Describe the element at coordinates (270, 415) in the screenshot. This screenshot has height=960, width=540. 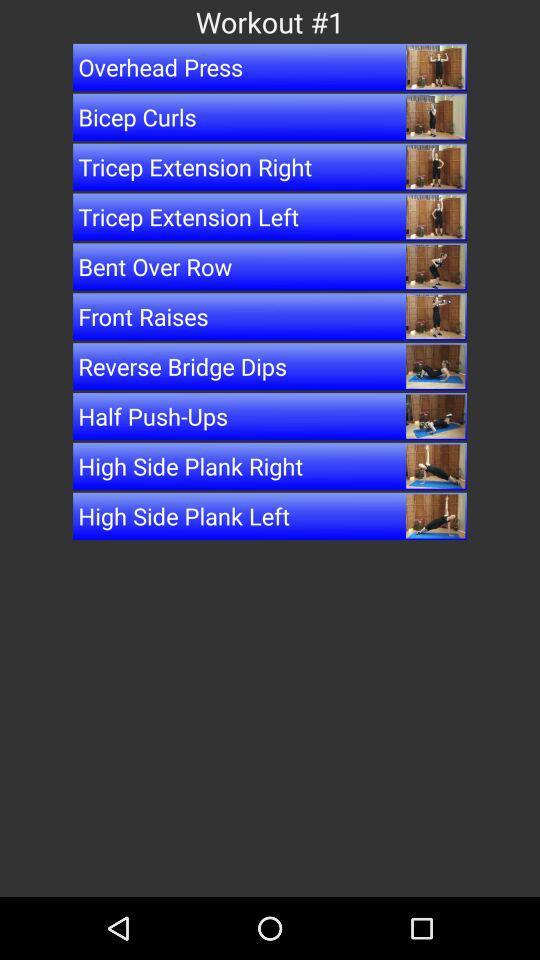
I see `the item above the high side plank icon` at that location.